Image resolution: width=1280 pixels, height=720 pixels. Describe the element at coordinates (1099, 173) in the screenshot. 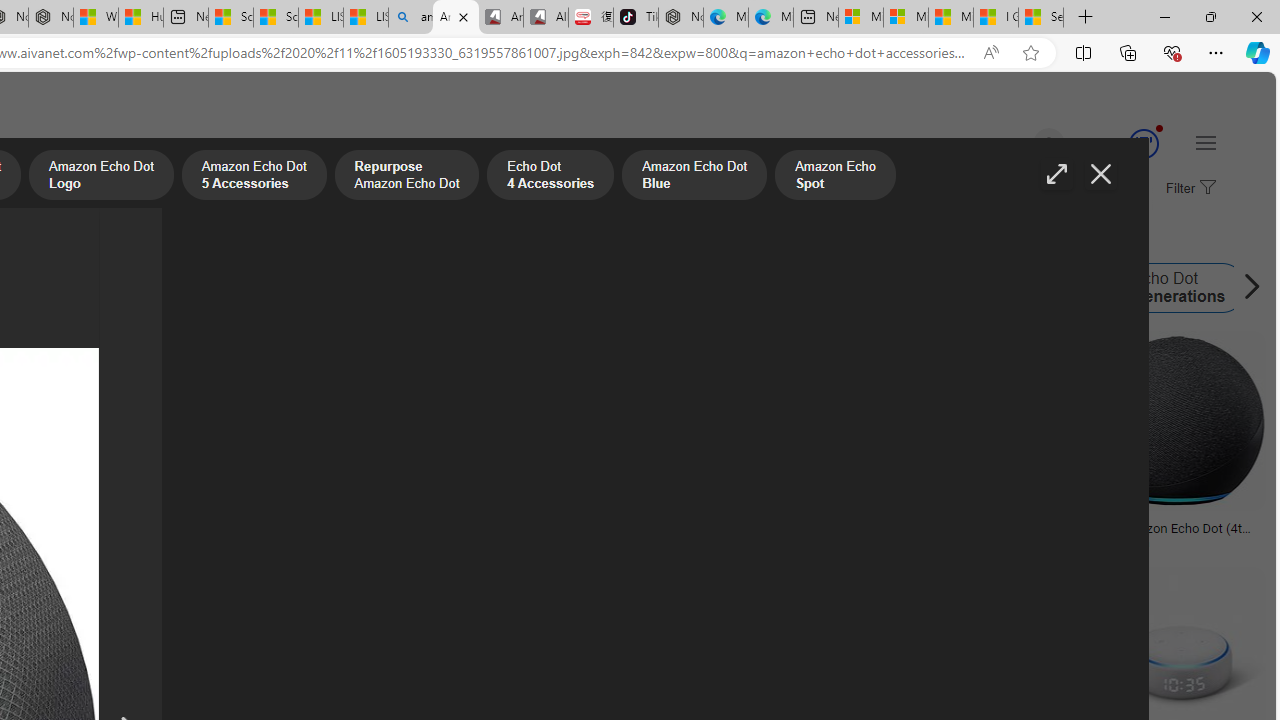

I see `'Close image'` at that location.